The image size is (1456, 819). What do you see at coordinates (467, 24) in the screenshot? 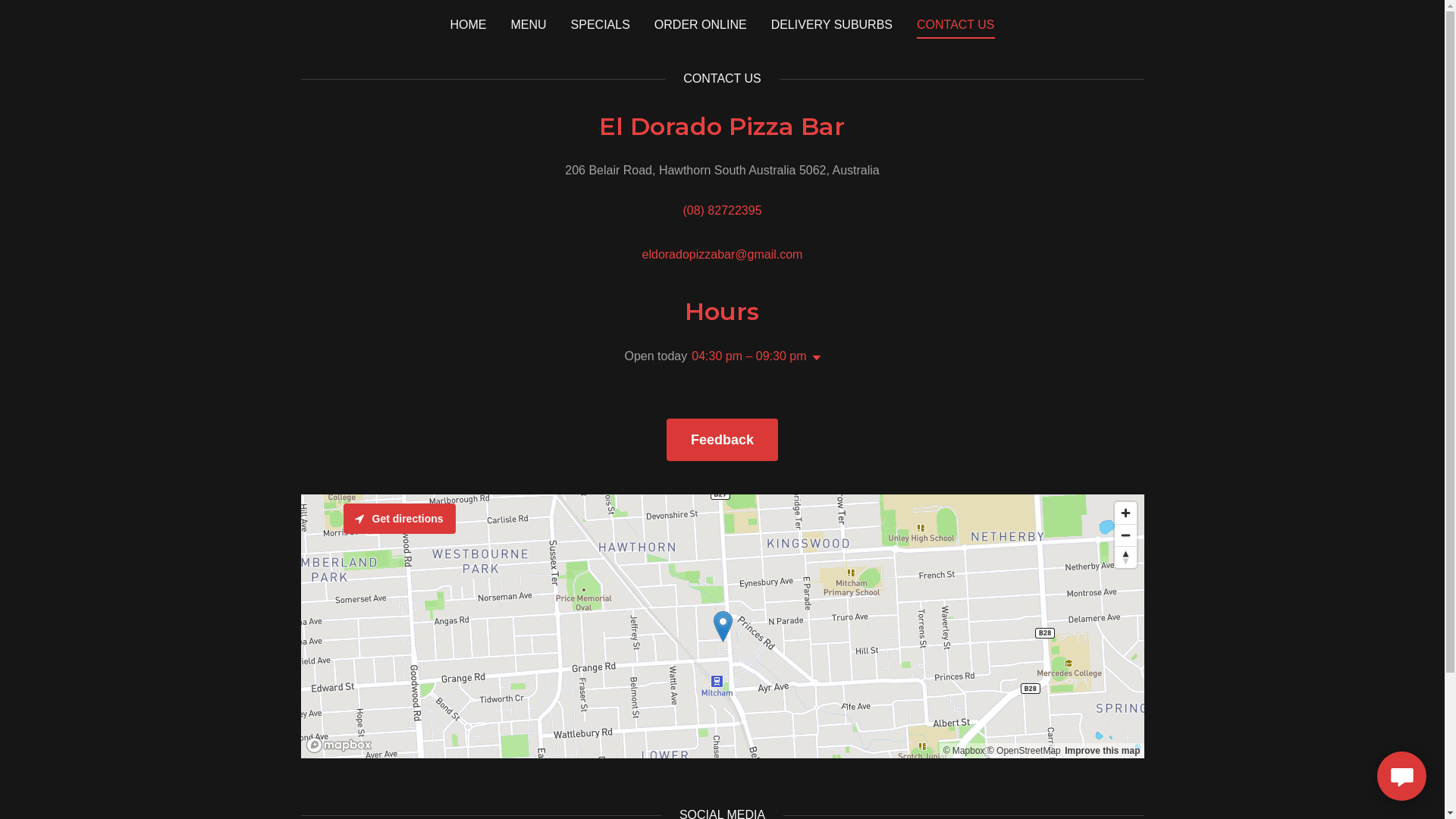
I see `'HOME'` at bounding box center [467, 24].